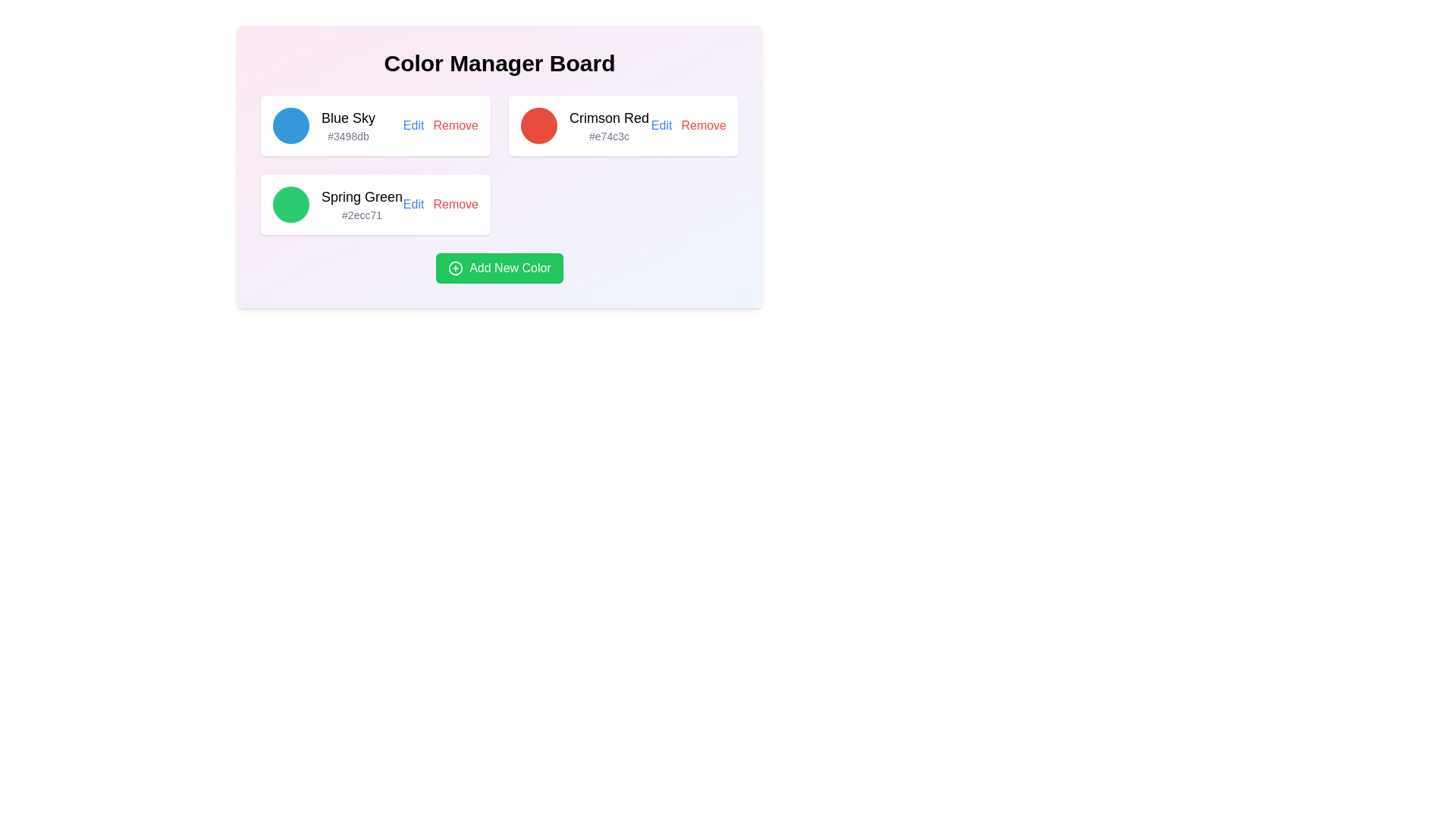  I want to click on the color information block displaying 'Spring Green' with the hexadecimal code '#2ecc71', so click(337, 205).